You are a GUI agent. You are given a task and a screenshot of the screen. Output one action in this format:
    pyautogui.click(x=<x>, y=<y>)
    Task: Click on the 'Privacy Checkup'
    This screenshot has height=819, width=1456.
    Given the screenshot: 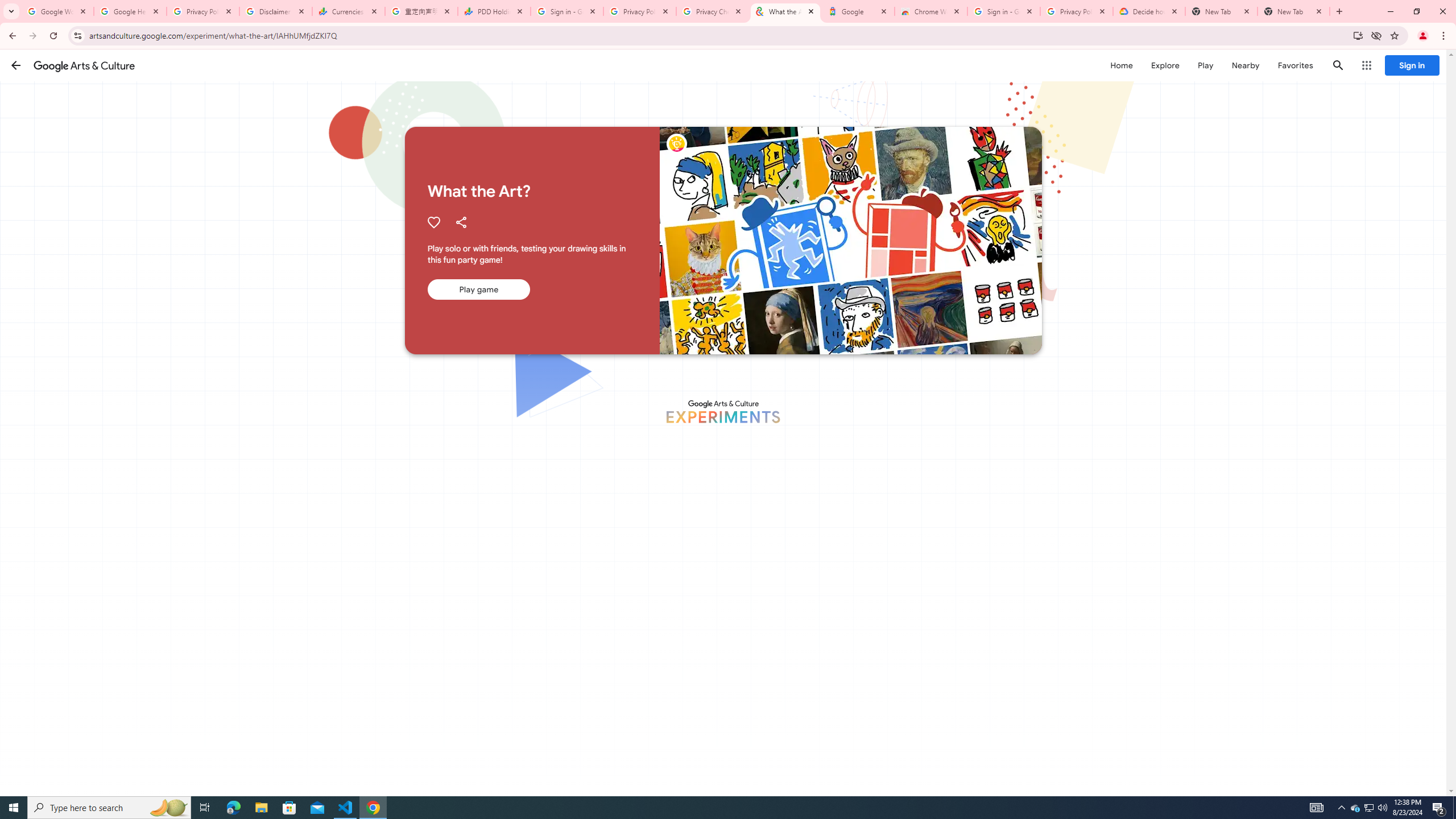 What is the action you would take?
    pyautogui.click(x=712, y=11)
    